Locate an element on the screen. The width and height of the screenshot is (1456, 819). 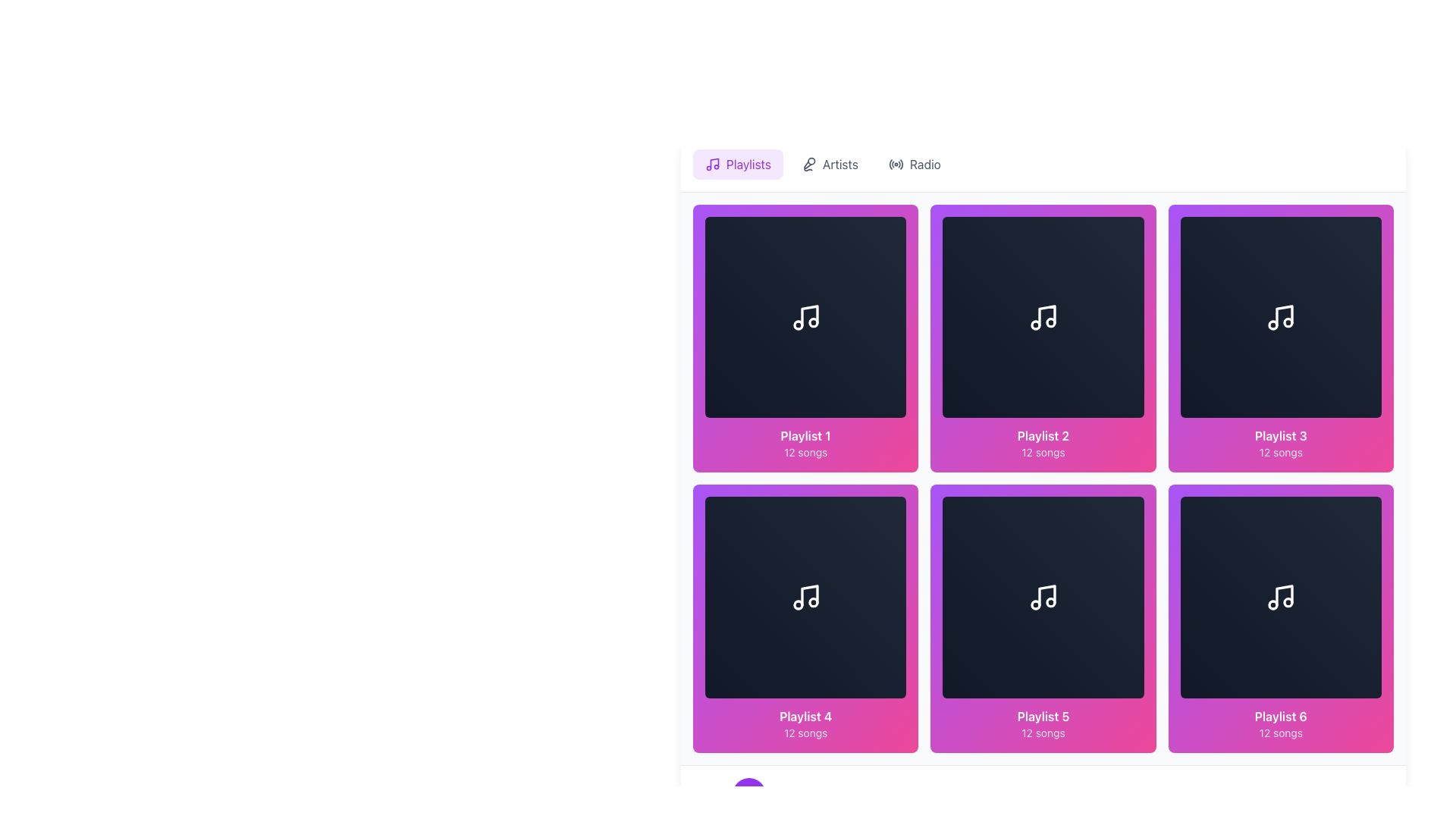
the circular radio wave icon located within the 'Radio' button in the top right navigation bar is located at coordinates (896, 164).